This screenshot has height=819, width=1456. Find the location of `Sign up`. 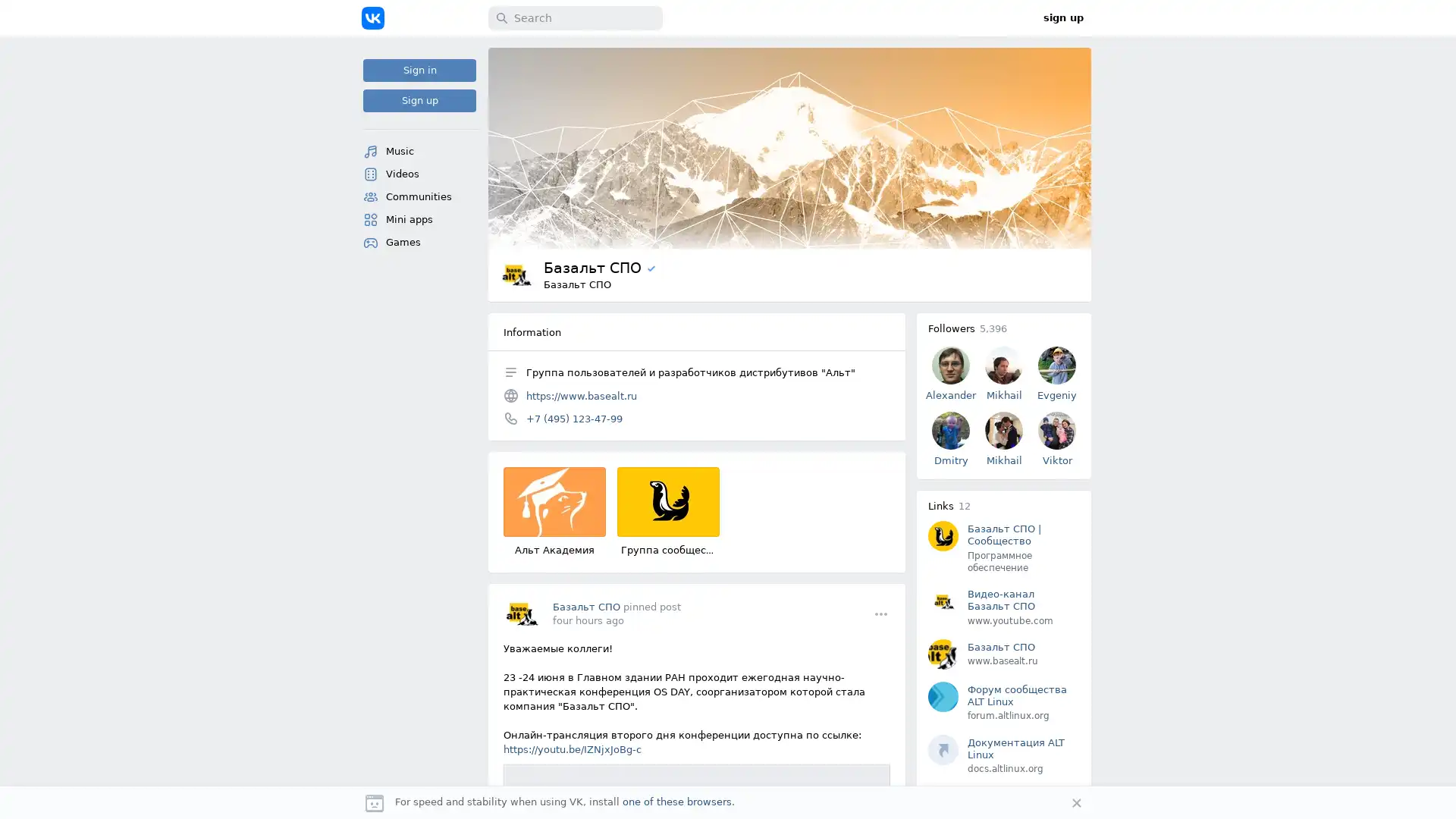

Sign up is located at coordinates (419, 100).